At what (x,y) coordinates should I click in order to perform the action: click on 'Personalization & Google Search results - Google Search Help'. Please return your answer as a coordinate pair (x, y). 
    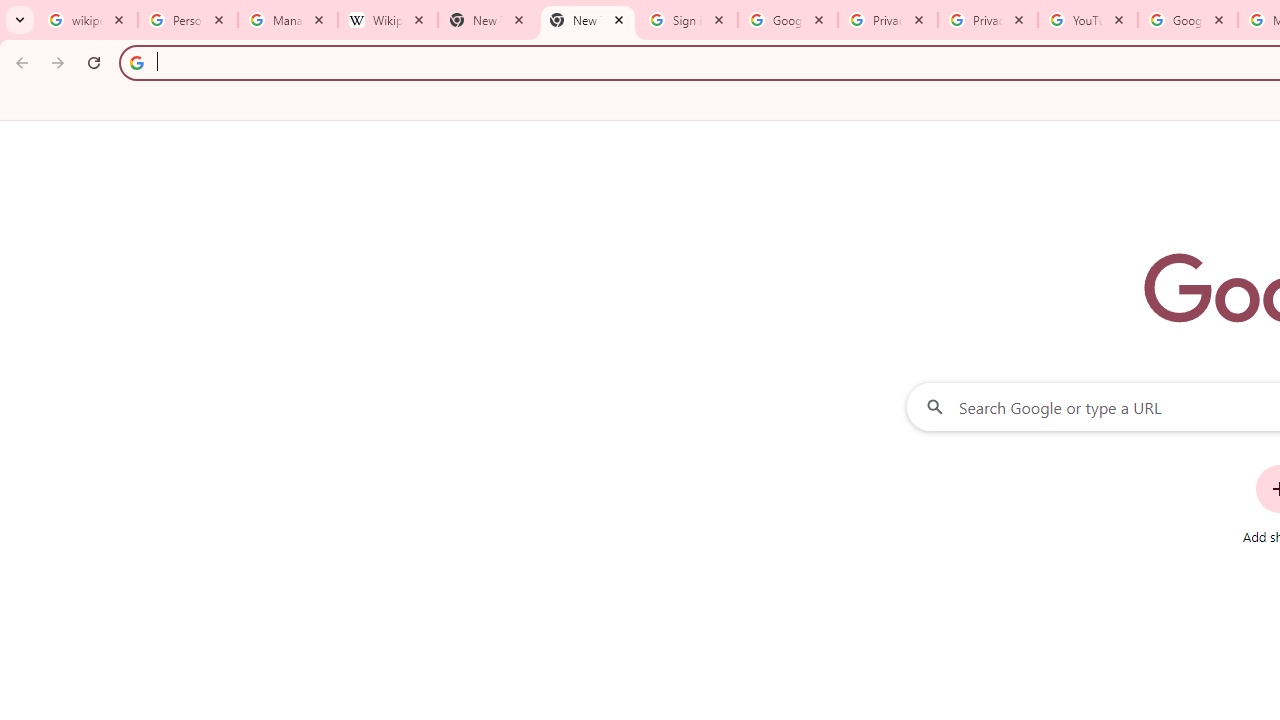
    Looking at the image, I should click on (188, 20).